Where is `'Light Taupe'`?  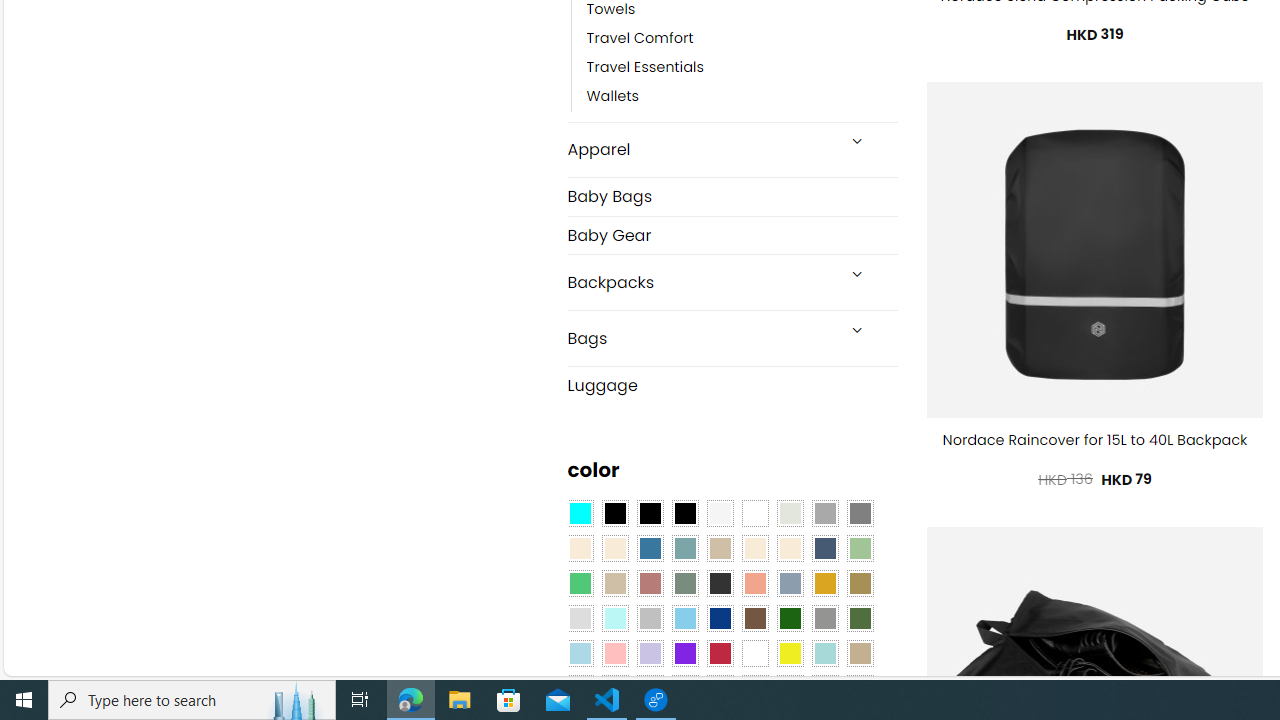
'Light Taupe' is located at coordinates (614, 583).